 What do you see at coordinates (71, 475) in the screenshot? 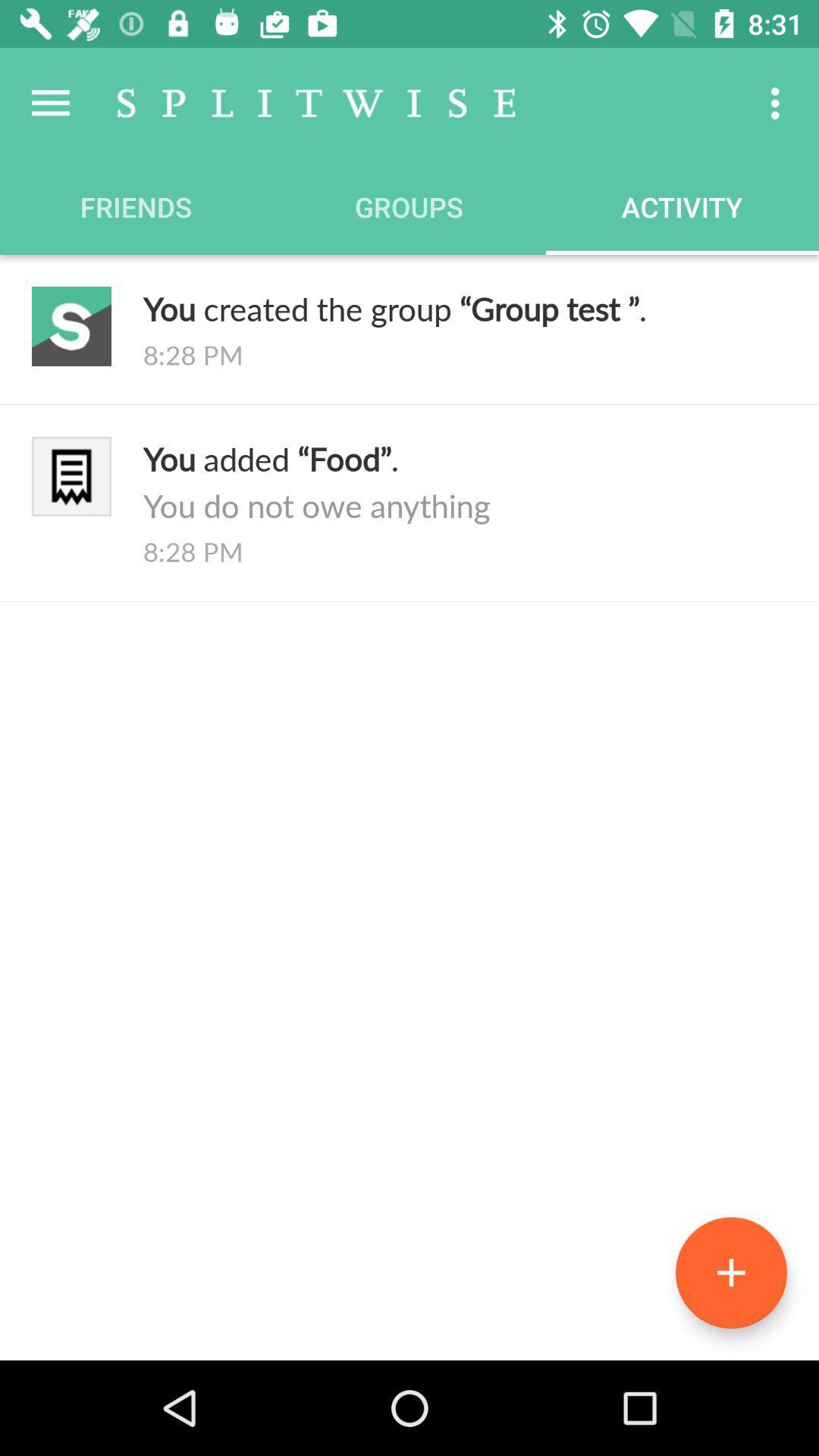
I see `the logo which is left to you added food` at bounding box center [71, 475].